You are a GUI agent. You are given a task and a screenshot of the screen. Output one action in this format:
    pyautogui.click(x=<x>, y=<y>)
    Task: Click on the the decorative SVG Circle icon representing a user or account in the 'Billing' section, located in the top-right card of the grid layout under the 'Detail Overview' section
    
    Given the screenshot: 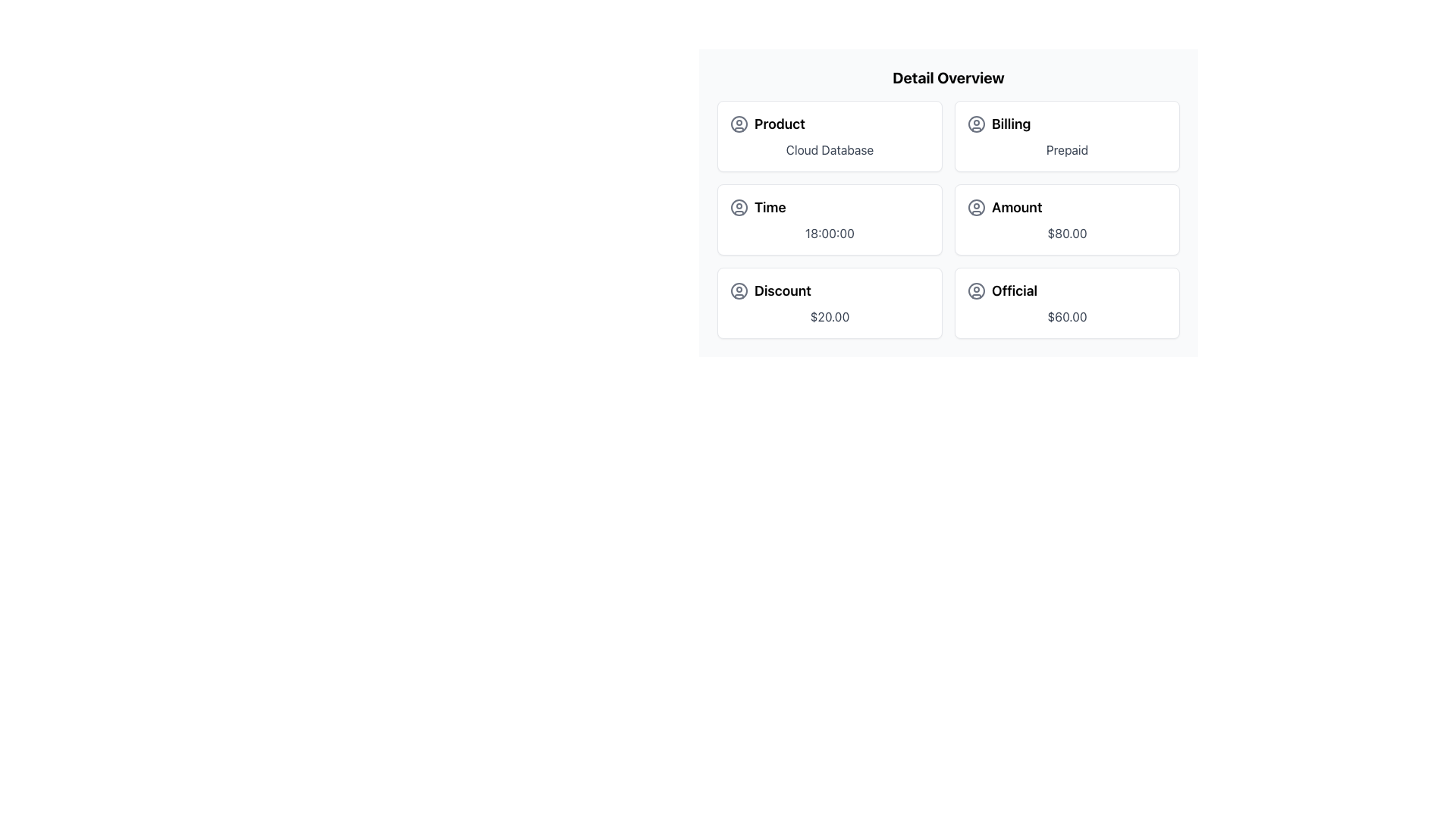 What is the action you would take?
    pyautogui.click(x=976, y=124)
    